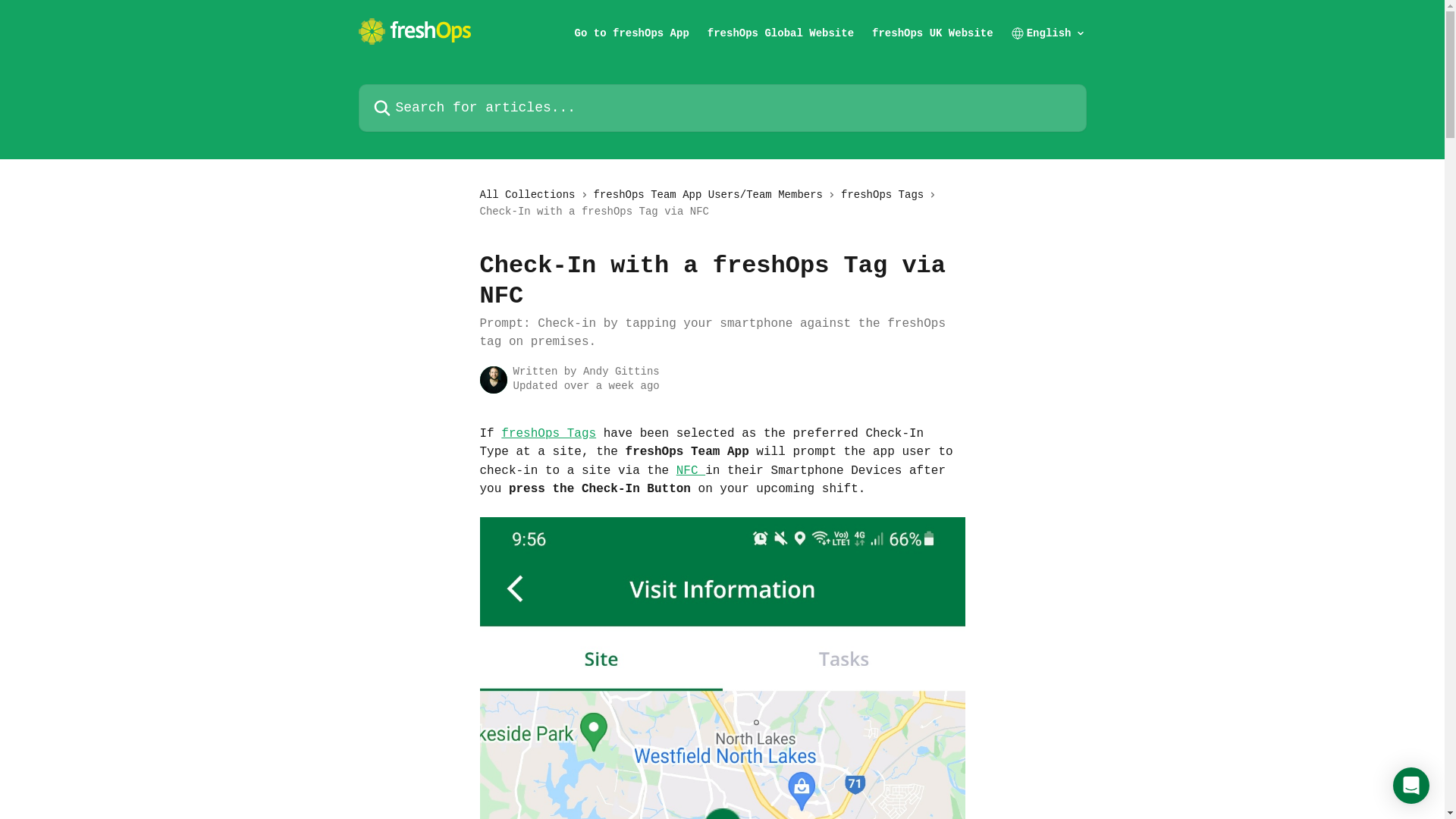 The image size is (1456, 819). What do you see at coordinates (548, 433) in the screenshot?
I see `'freshOps Tags'` at bounding box center [548, 433].